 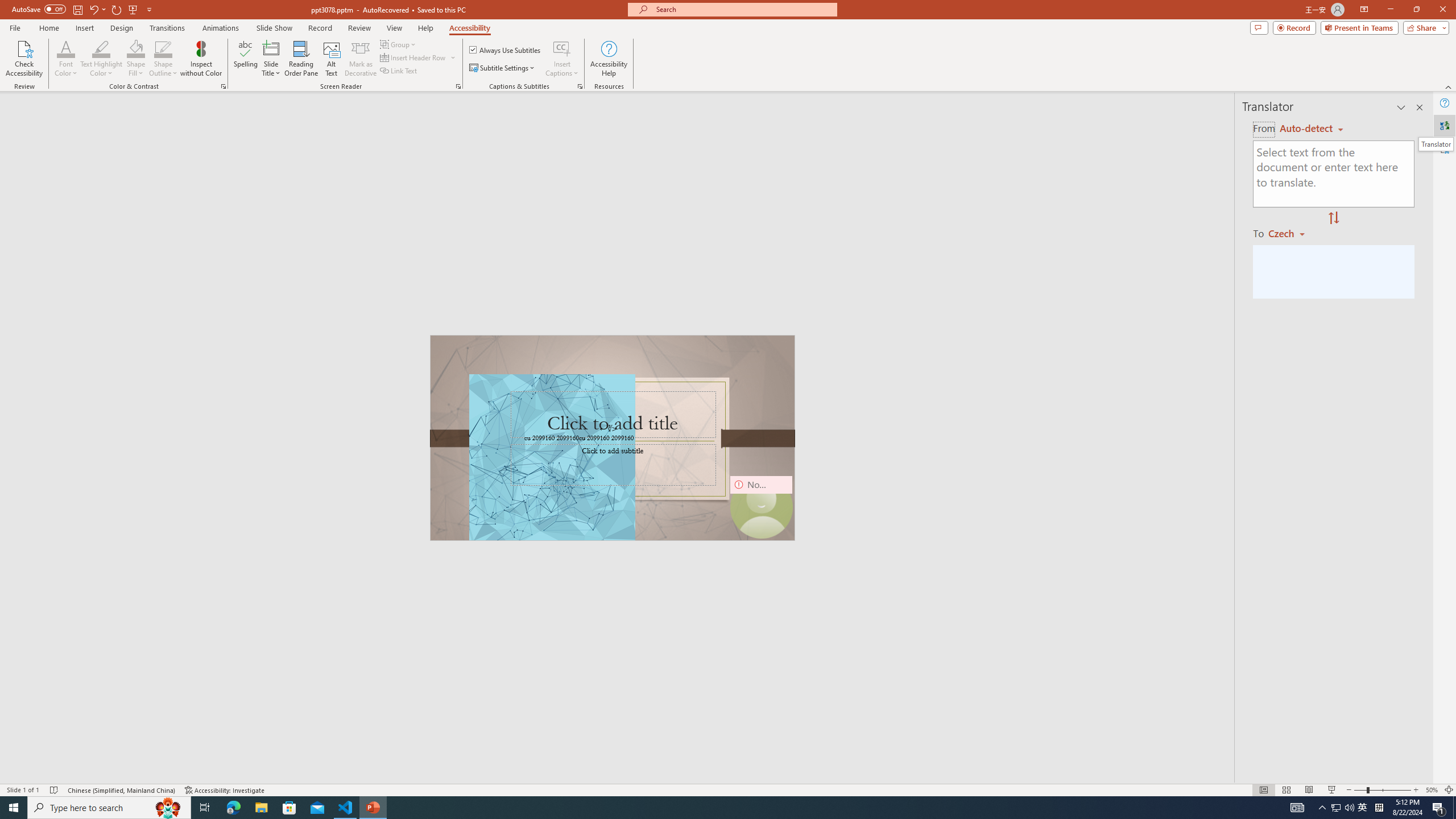 What do you see at coordinates (331, 59) in the screenshot?
I see `'Alt Text'` at bounding box center [331, 59].